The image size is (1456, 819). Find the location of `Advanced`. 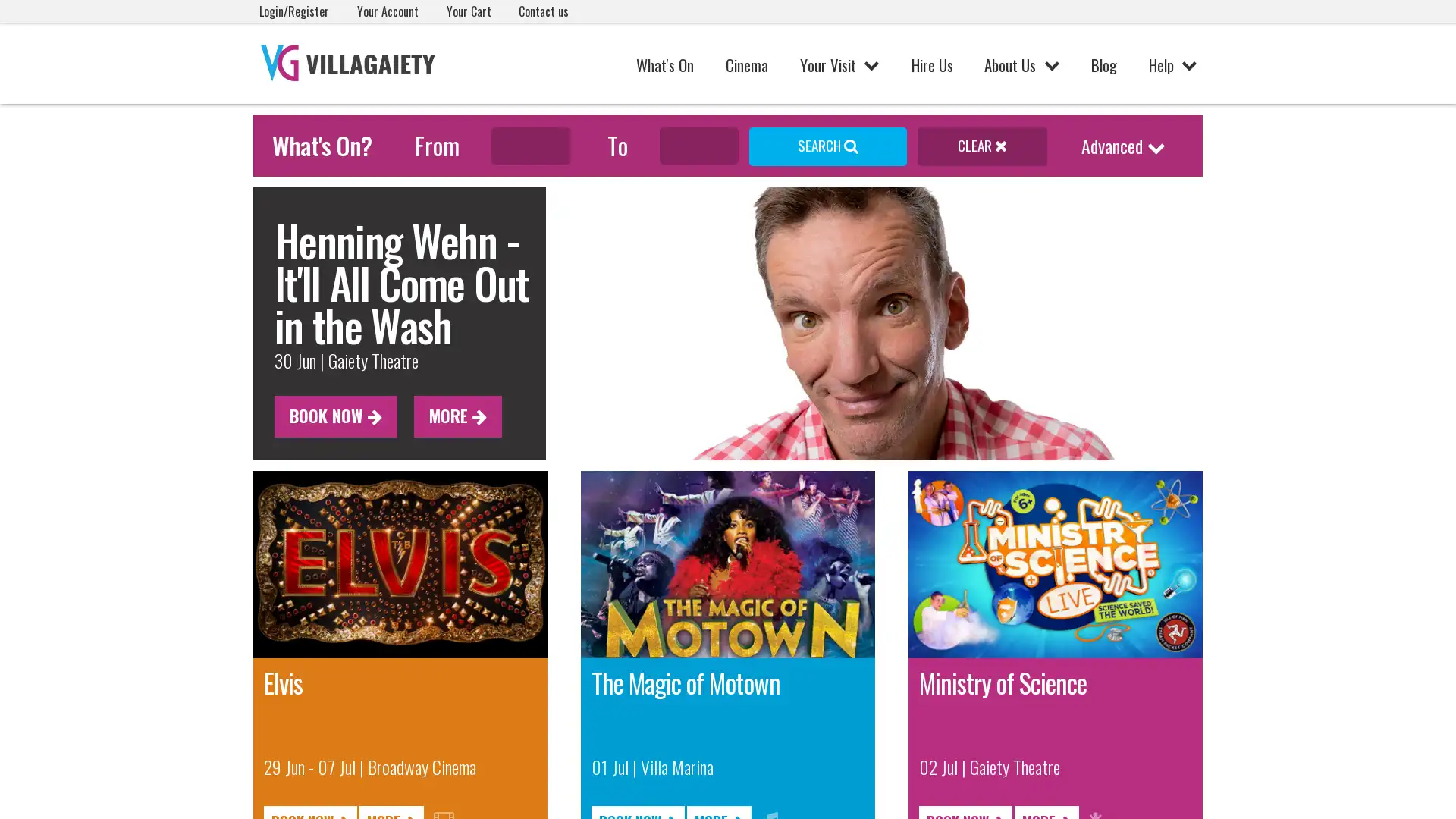

Advanced is located at coordinates (1122, 146).